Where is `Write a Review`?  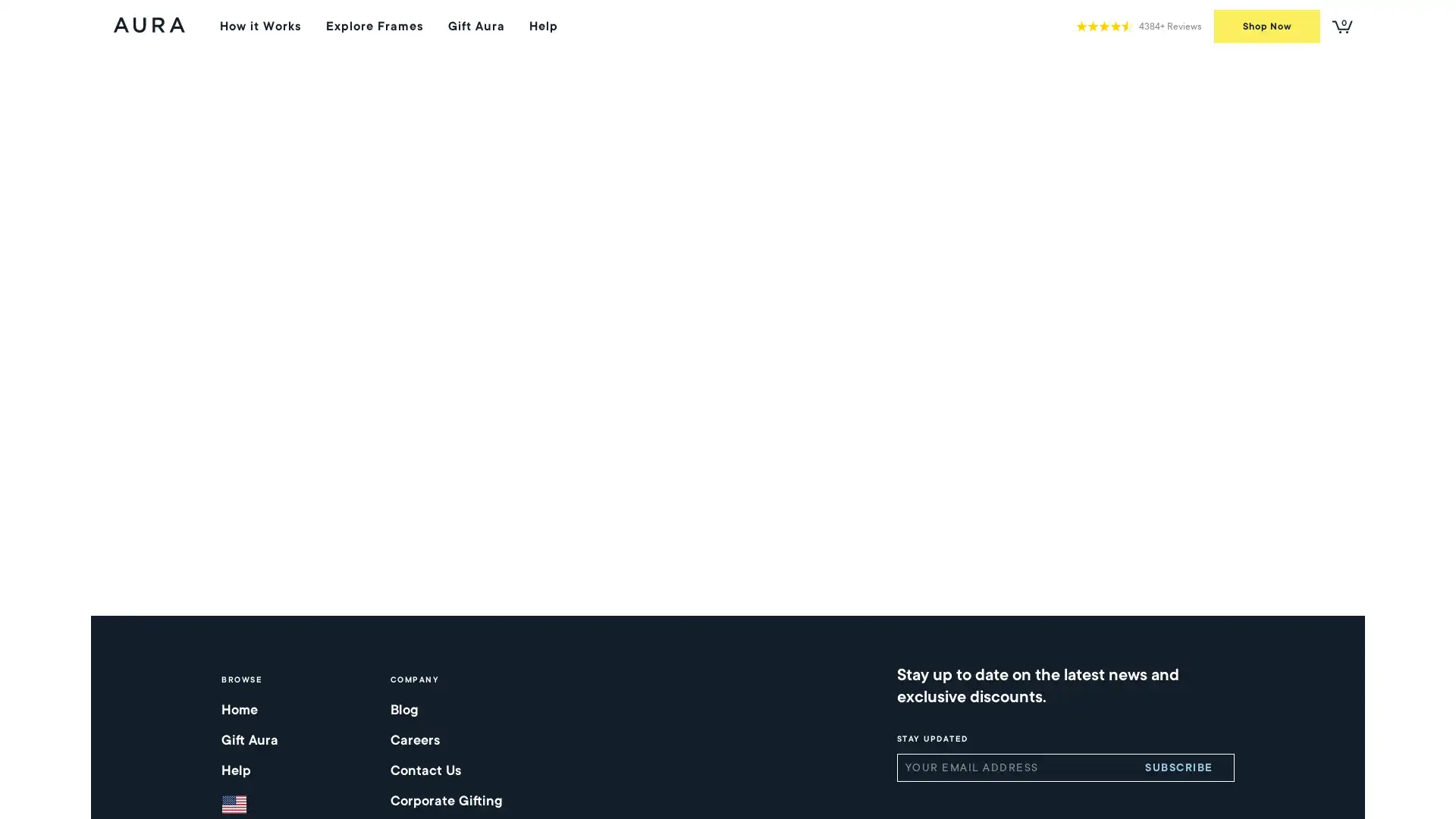 Write a Review is located at coordinates (1111, 212).